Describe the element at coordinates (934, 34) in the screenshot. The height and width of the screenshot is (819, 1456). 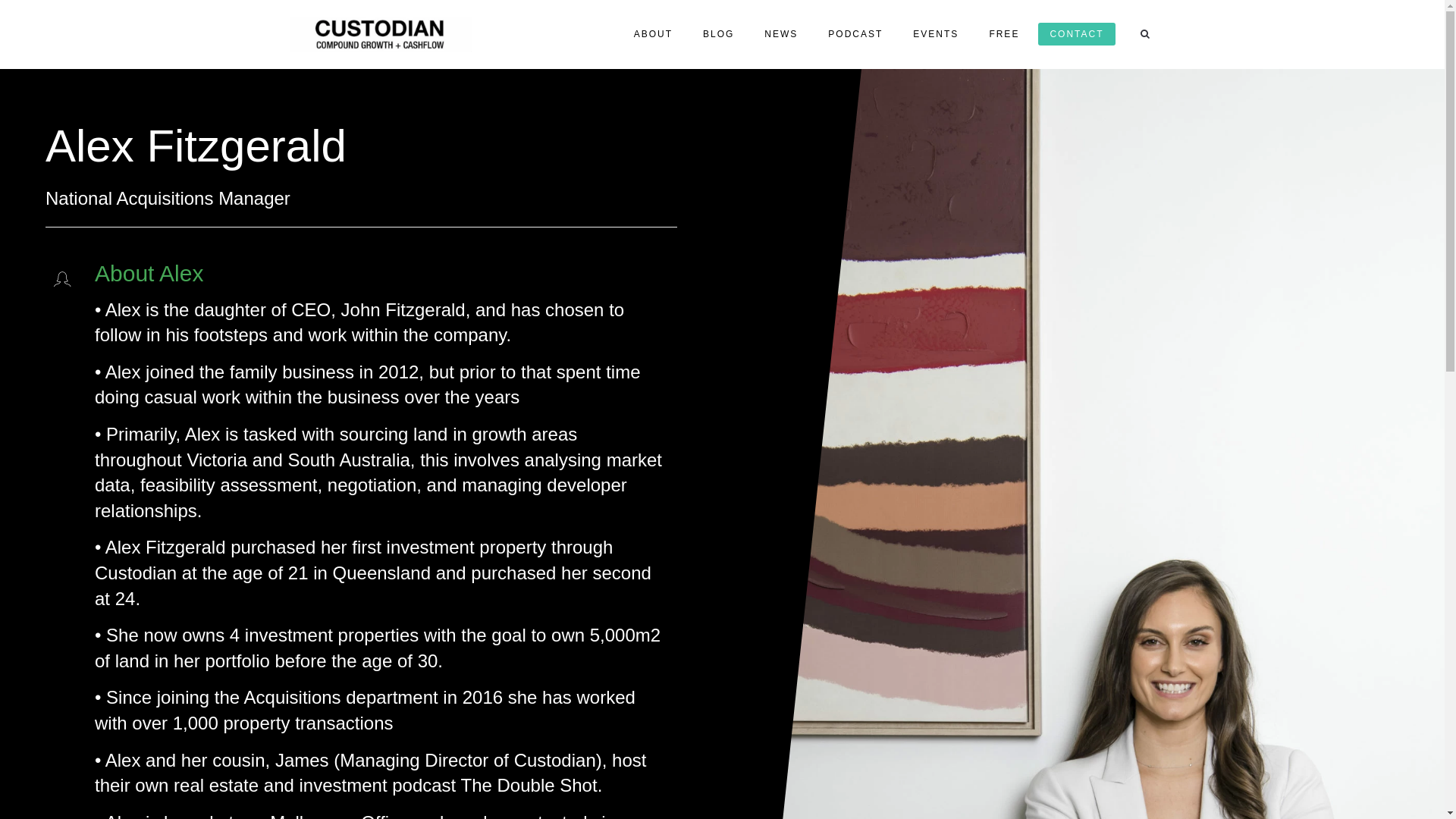
I see `'EVENTS'` at that location.